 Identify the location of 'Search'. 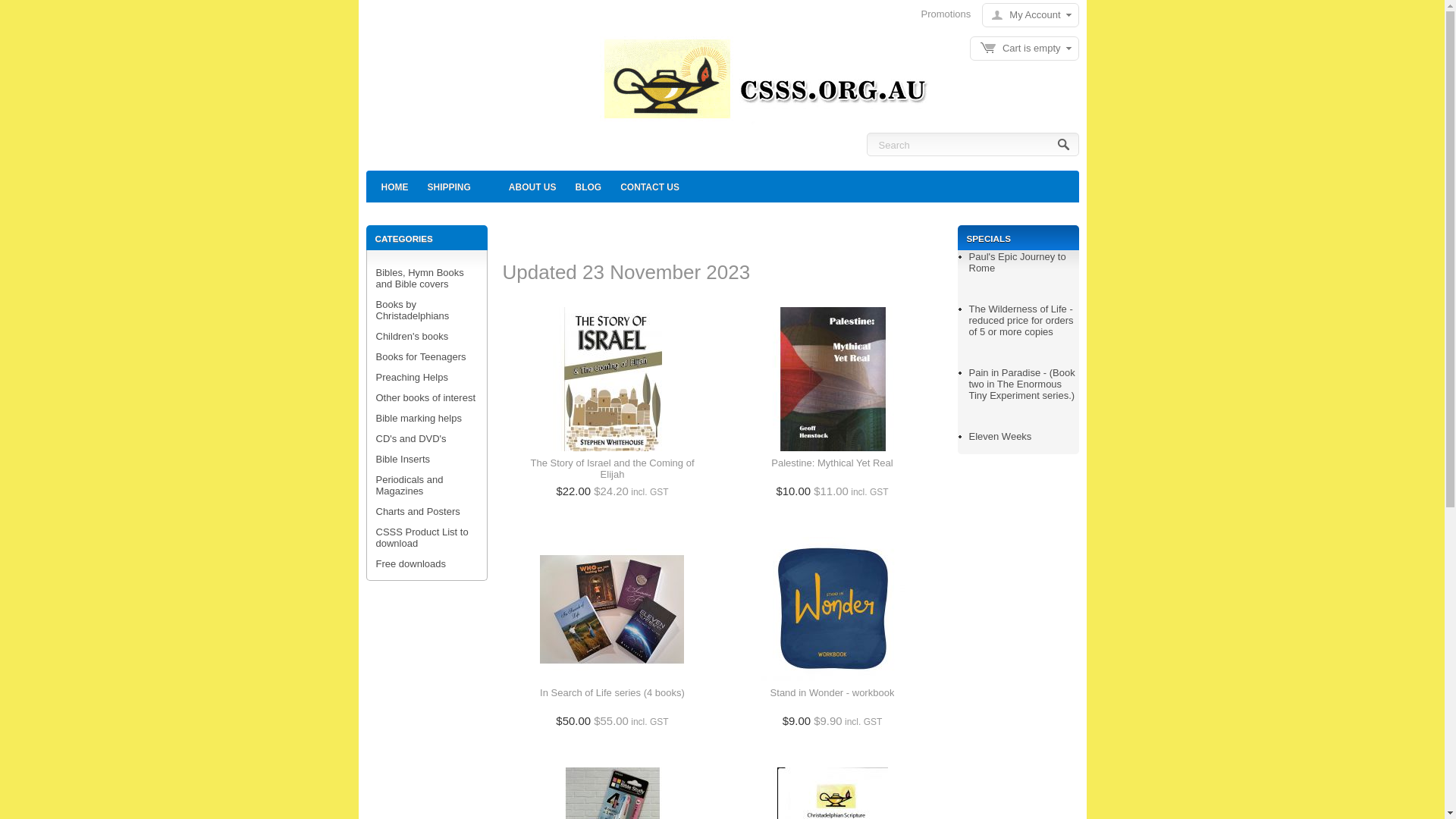
(1063, 145).